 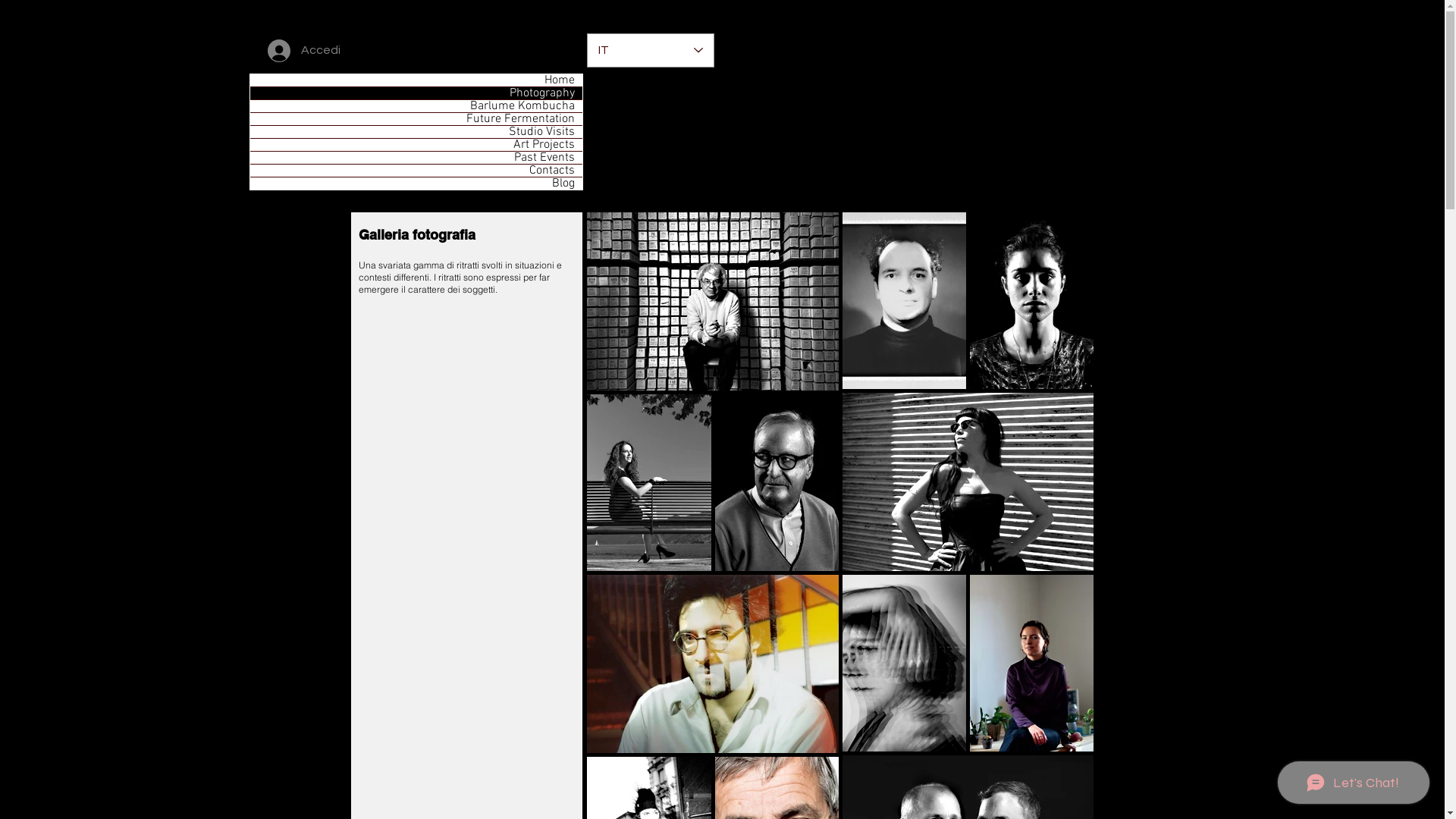 I want to click on 'Art Projects', so click(x=416, y=145).